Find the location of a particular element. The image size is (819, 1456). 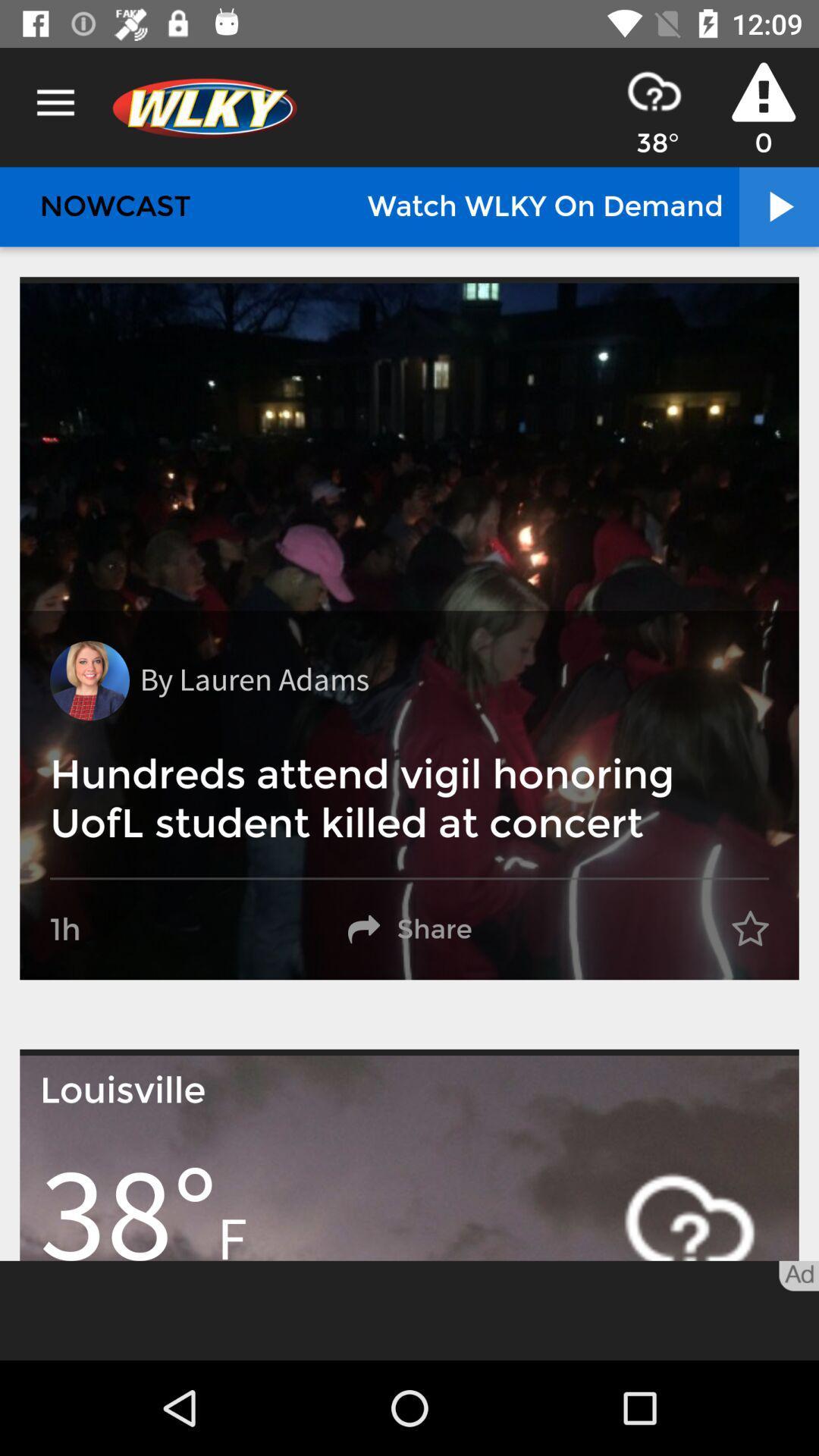

the icon on the right is located at coordinates (749, 929).